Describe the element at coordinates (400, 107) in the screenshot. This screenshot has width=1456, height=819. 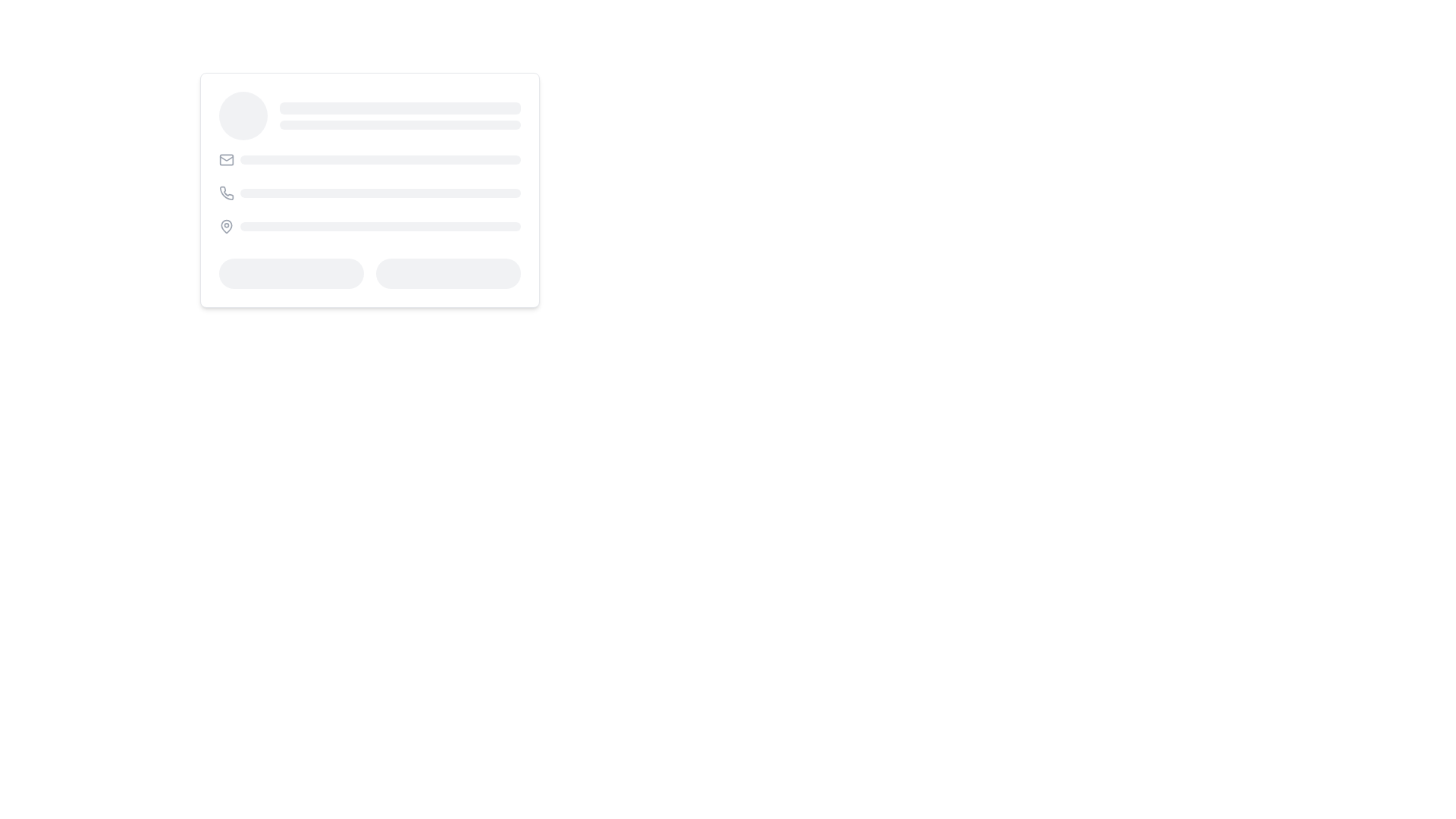
I see `the Skeleton/loading placeholder, which is a light gray horizontal bar with rounded ends, located at the top of the card layout, serving as a loading indicator` at that location.